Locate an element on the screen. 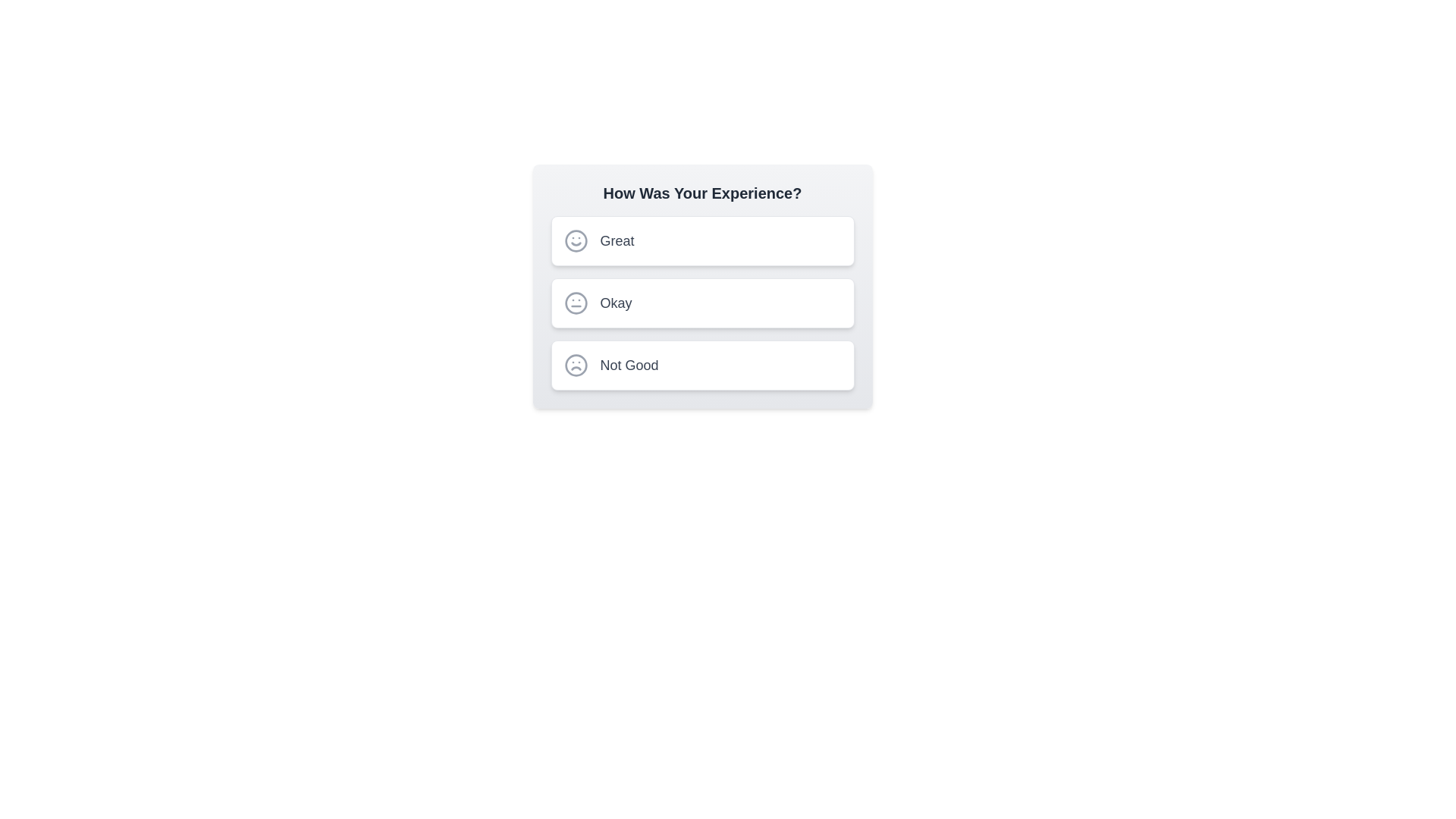 This screenshot has width=1456, height=819. the sentiment icon representing 'Okay' in the feedback options list titled 'How Was Your Experience?'. This icon is located in the second row within the card labeled 'Okay' is located at coordinates (575, 303).